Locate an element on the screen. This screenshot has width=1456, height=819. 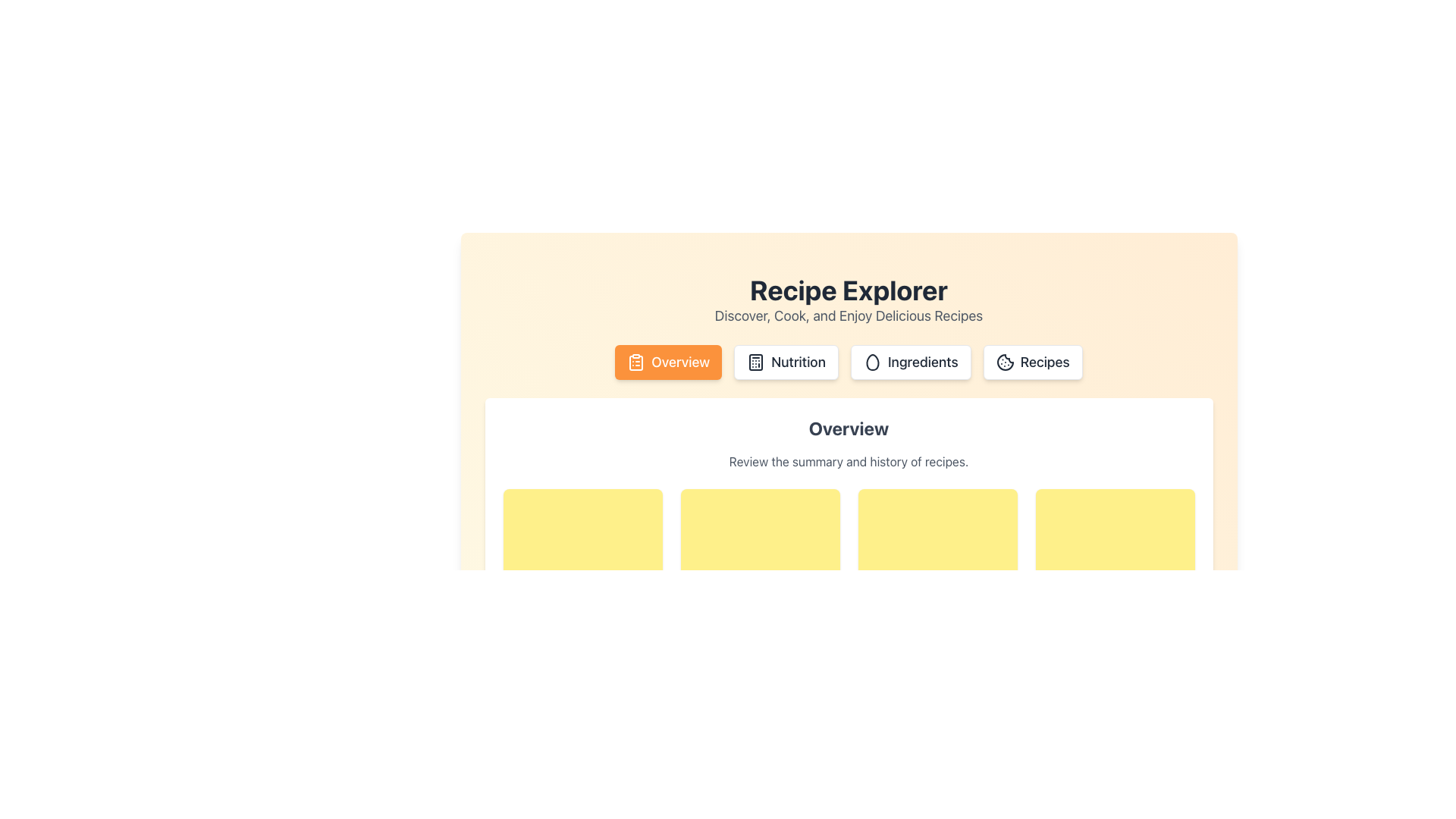
the third button in the group of four buttons, which navigates to the 'Ingredients' section of the application, to trigger a light orange highlight is located at coordinates (910, 362).